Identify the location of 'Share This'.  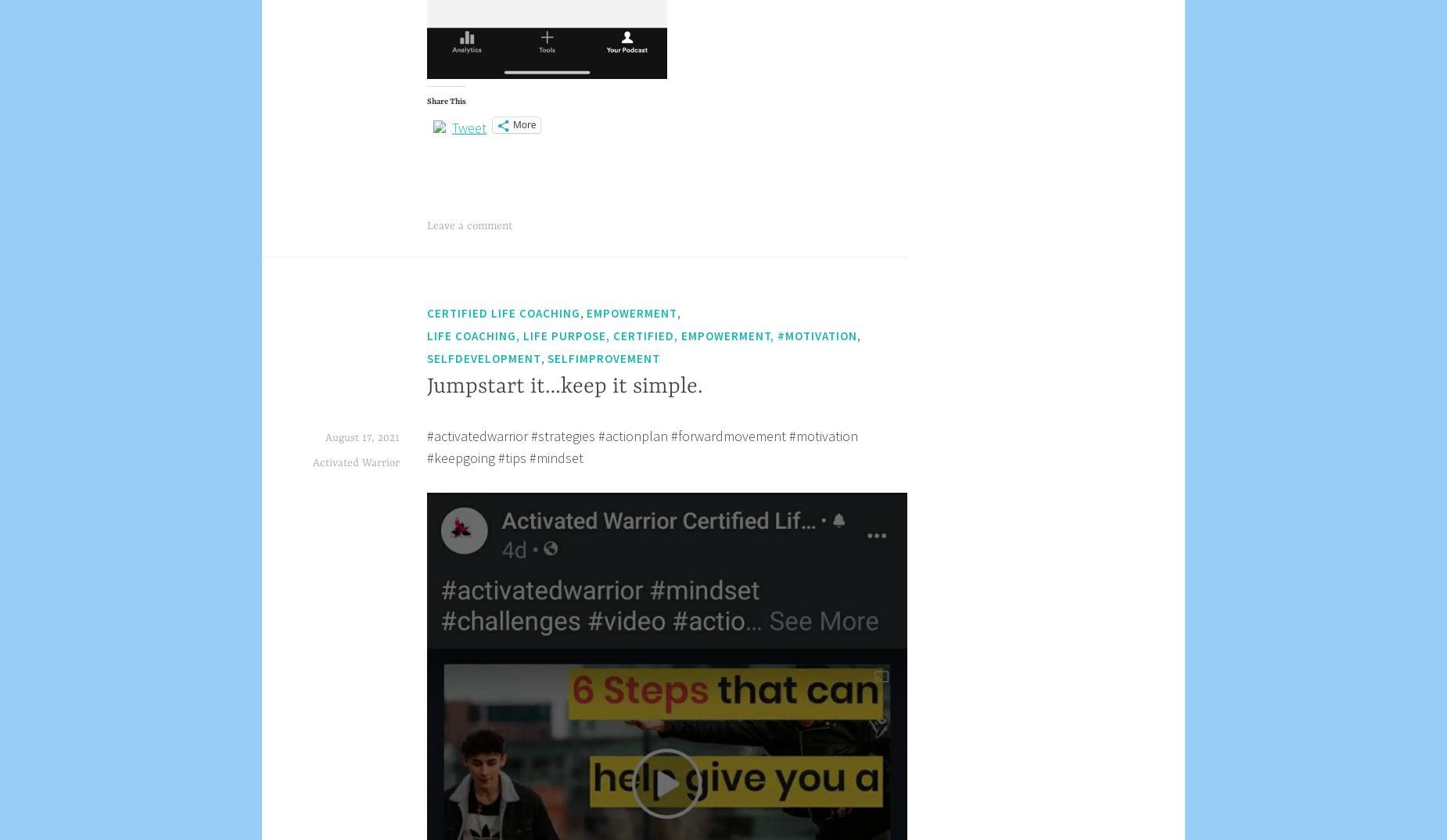
(446, 100).